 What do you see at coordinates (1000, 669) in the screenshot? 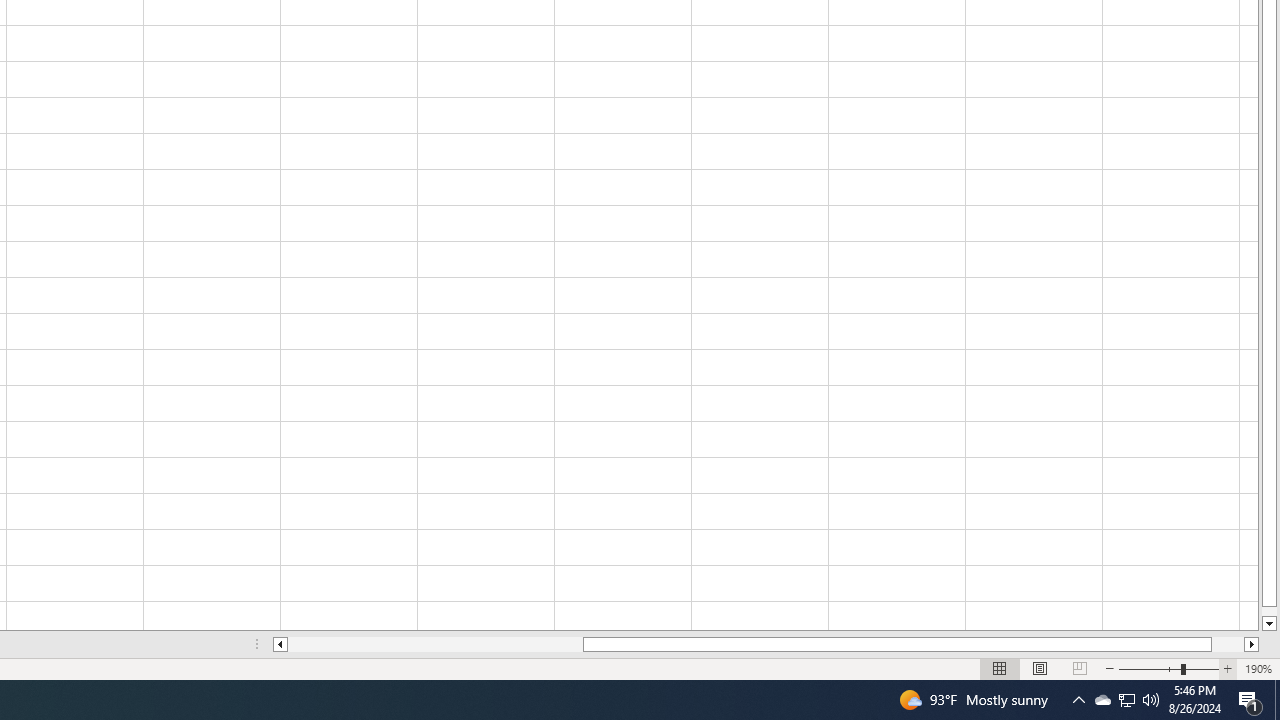
I see `'Normal'` at bounding box center [1000, 669].